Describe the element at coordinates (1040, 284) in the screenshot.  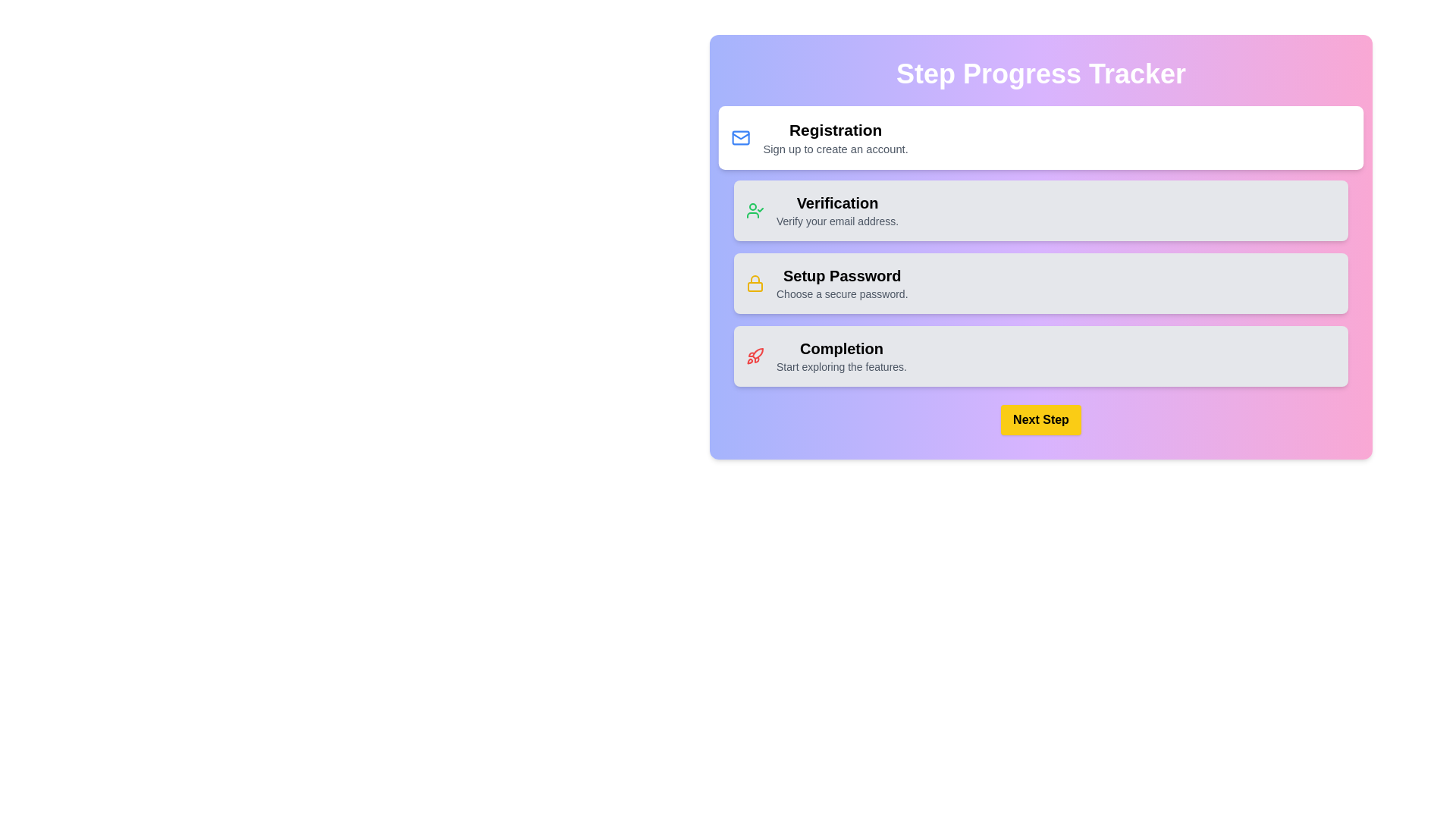
I see `the center of the 'Setup Password' informational card, which is the third item in the step progression interface` at that location.